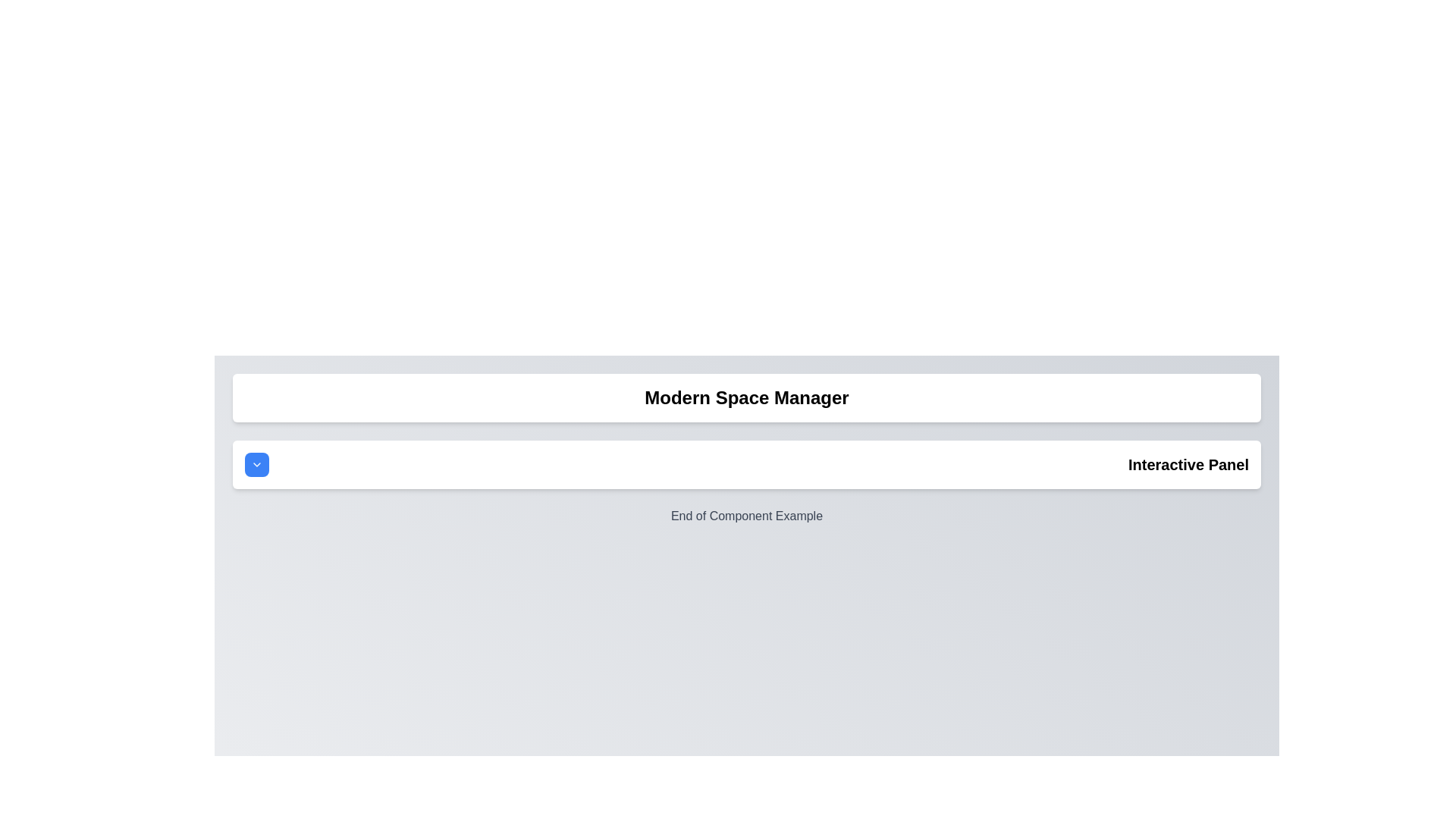 Image resolution: width=1456 pixels, height=819 pixels. What do you see at coordinates (746, 397) in the screenshot?
I see `the Label (text display) that serves as the title or header for the section, positioned above the 'Interactive Panel'` at bounding box center [746, 397].